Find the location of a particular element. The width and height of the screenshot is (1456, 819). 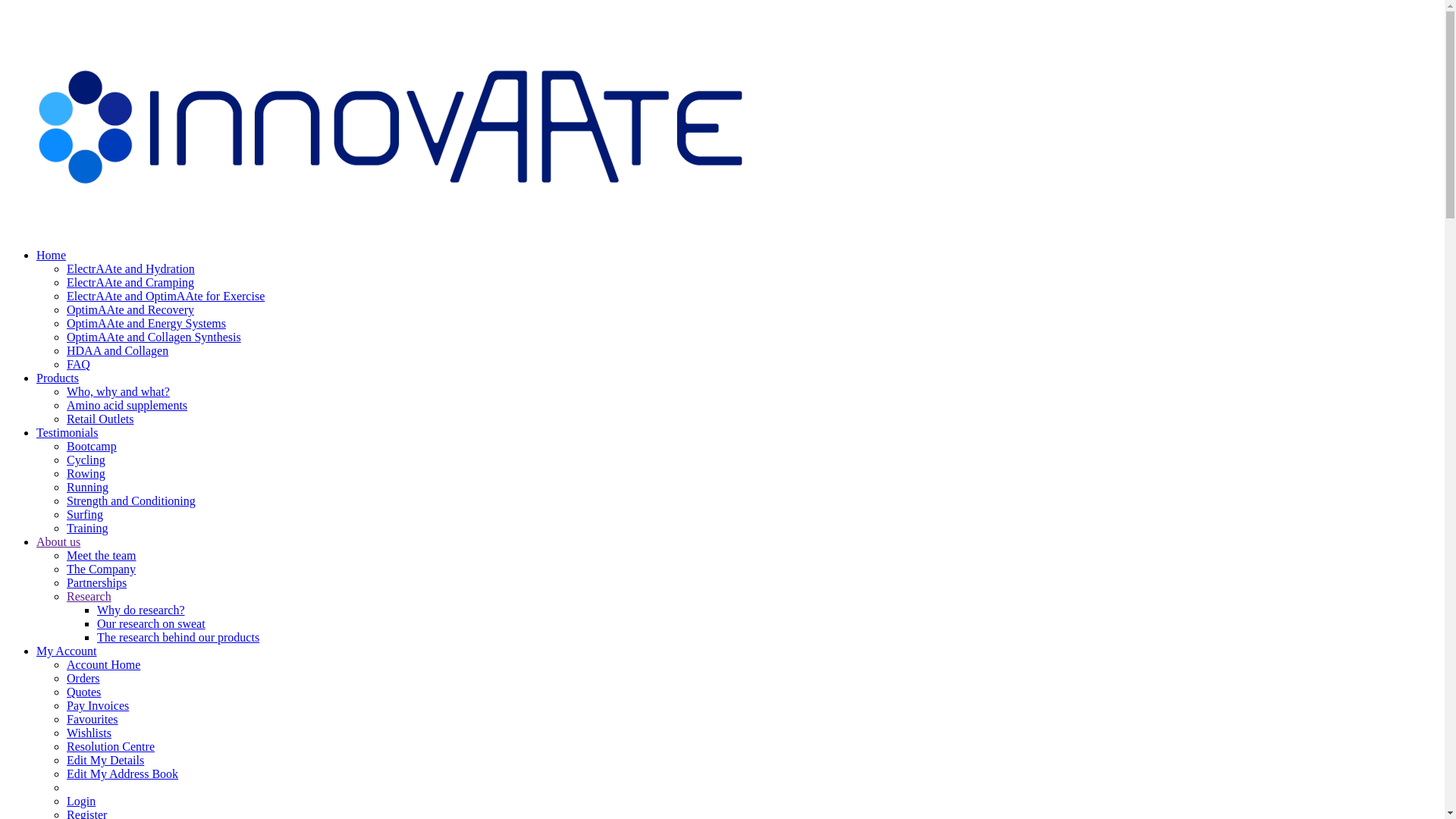

'Bootcamp' is located at coordinates (90, 445).